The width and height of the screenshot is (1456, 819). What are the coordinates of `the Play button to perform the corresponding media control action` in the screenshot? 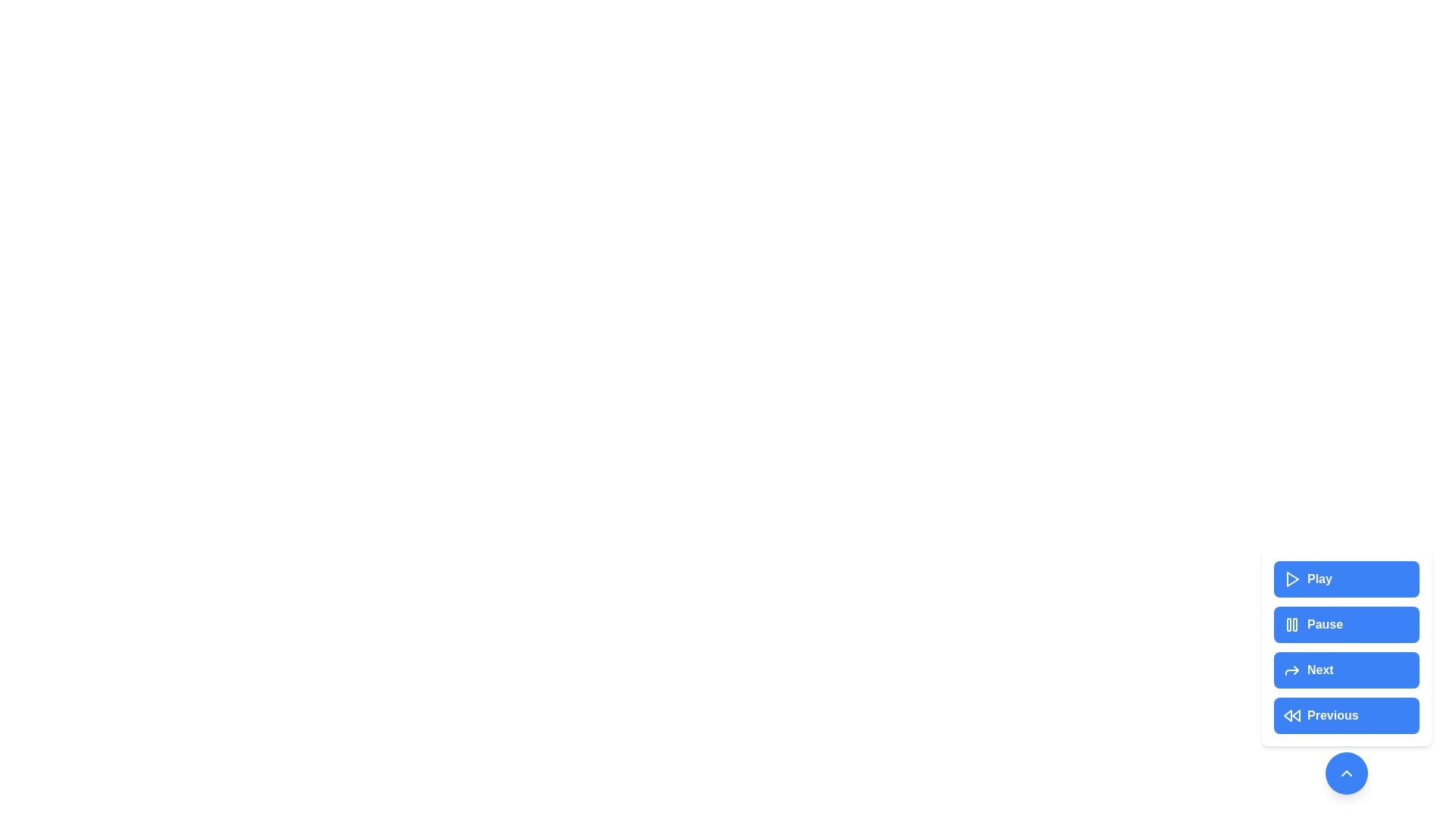 It's located at (1347, 579).